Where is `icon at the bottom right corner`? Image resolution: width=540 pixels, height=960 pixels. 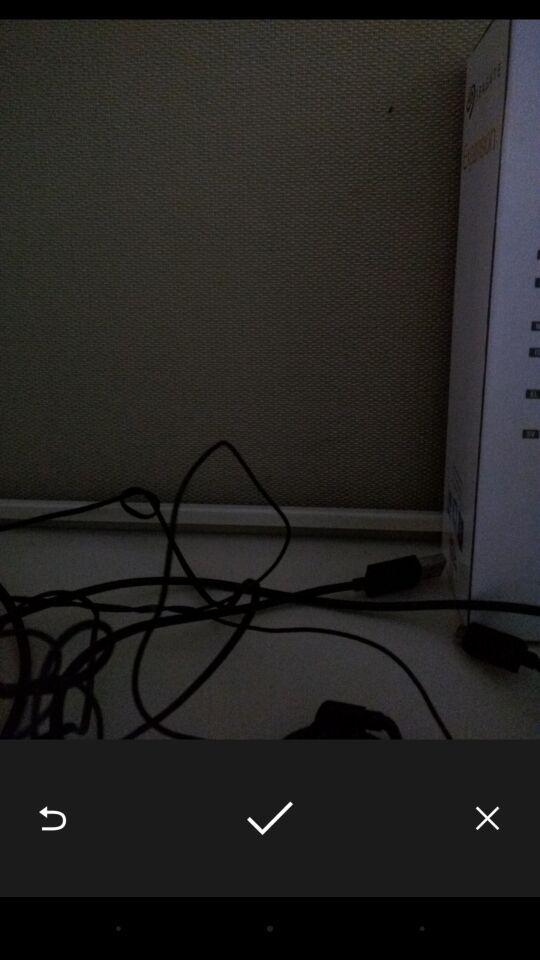
icon at the bottom right corner is located at coordinates (486, 818).